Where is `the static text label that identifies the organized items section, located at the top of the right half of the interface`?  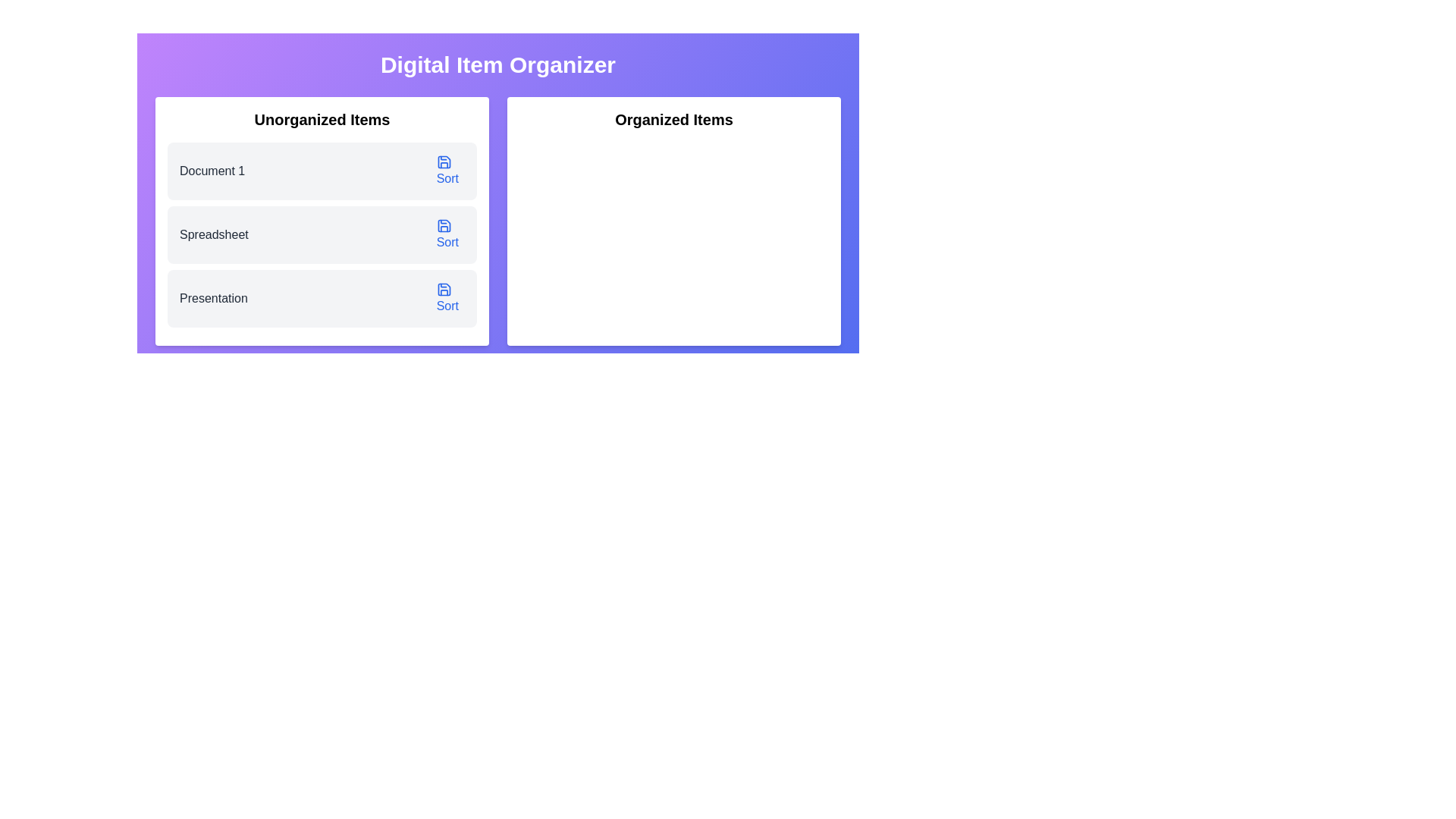 the static text label that identifies the organized items section, located at the top of the right half of the interface is located at coordinates (673, 119).